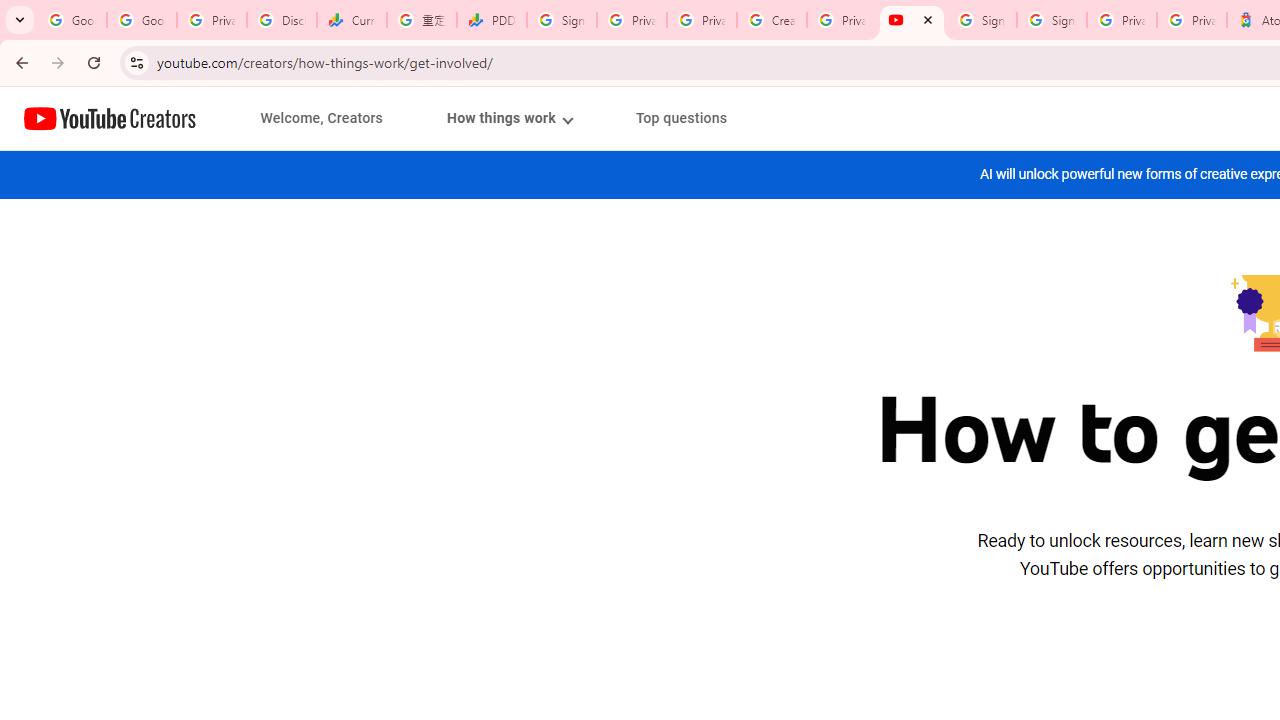 The width and height of the screenshot is (1280, 720). Describe the element at coordinates (72, 20) in the screenshot. I see `'Google Workspace Admin Community'` at that location.